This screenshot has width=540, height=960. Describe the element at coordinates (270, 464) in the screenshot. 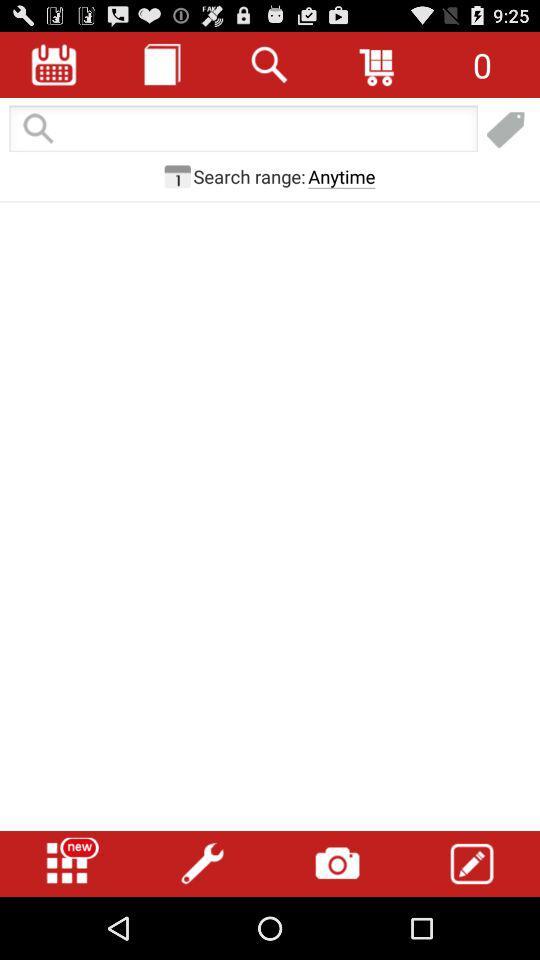

I see `item at the center` at that location.